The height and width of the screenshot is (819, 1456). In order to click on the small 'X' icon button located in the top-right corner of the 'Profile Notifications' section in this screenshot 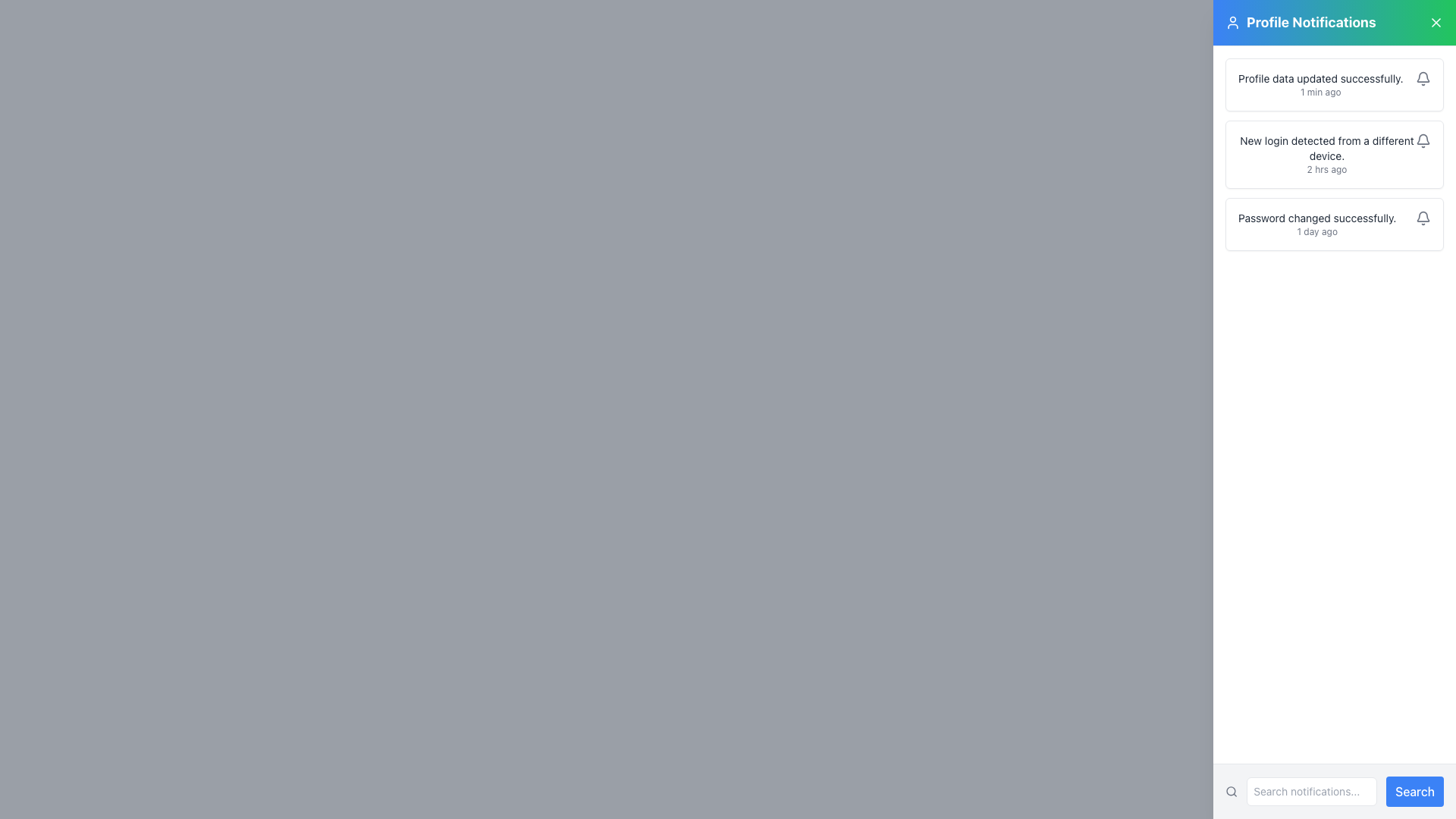, I will do `click(1436, 23)`.